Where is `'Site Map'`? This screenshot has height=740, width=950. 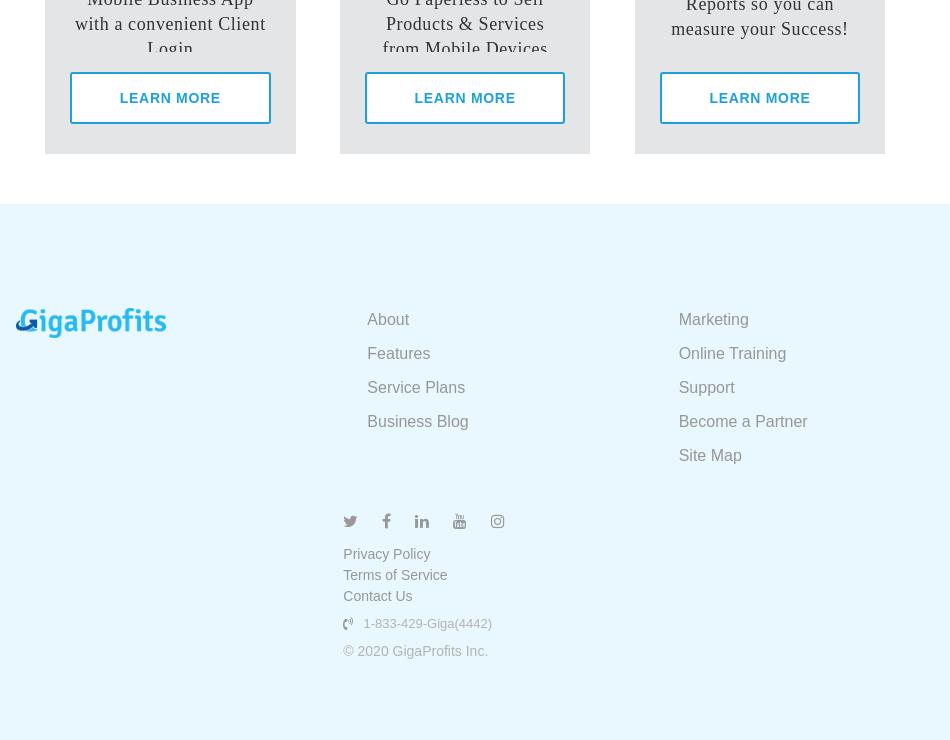
'Site Map' is located at coordinates (709, 454).